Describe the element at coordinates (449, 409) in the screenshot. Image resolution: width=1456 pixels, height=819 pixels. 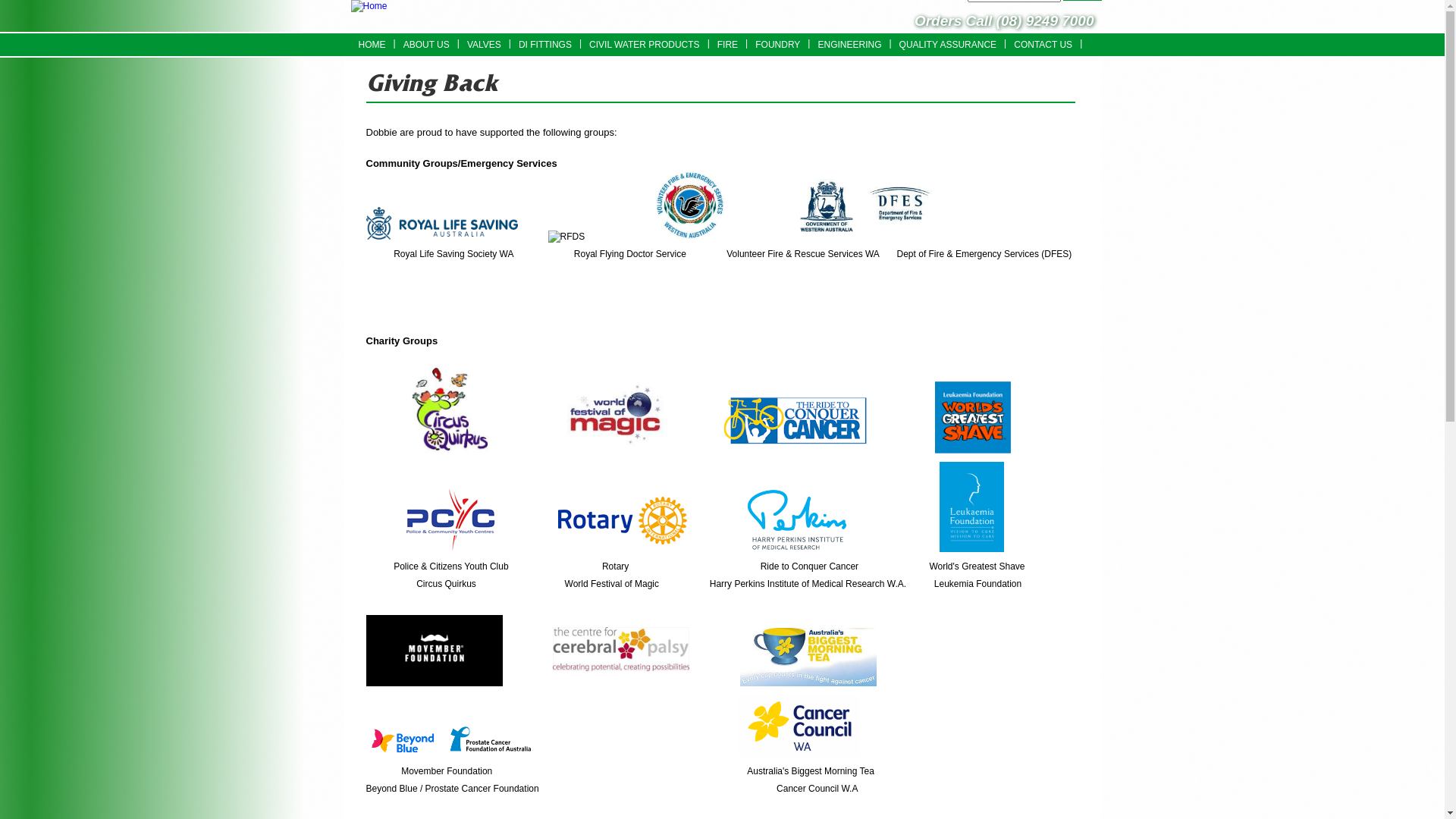
I see `'Quirkus Circus'` at that location.